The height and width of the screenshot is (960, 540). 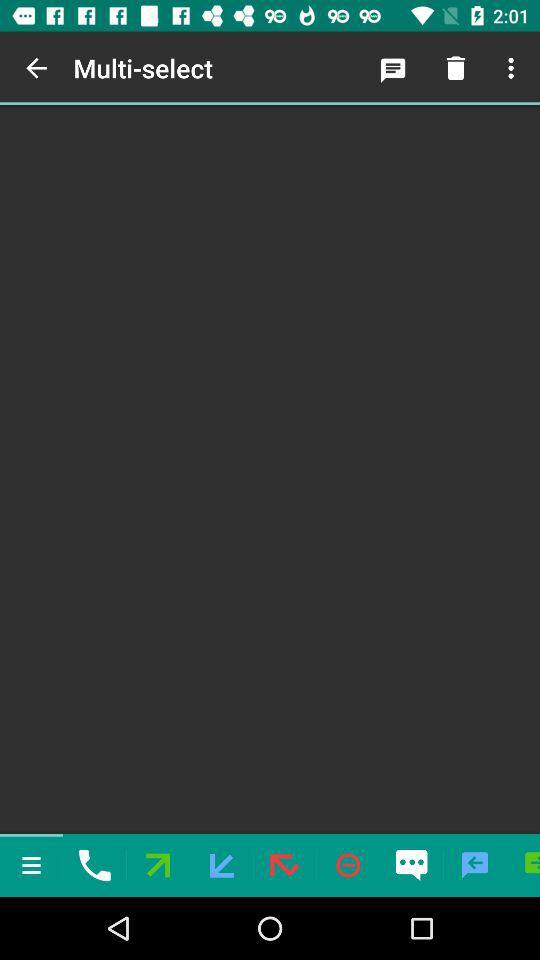 What do you see at coordinates (393, 68) in the screenshot?
I see `the icon next to the multi-select icon` at bounding box center [393, 68].